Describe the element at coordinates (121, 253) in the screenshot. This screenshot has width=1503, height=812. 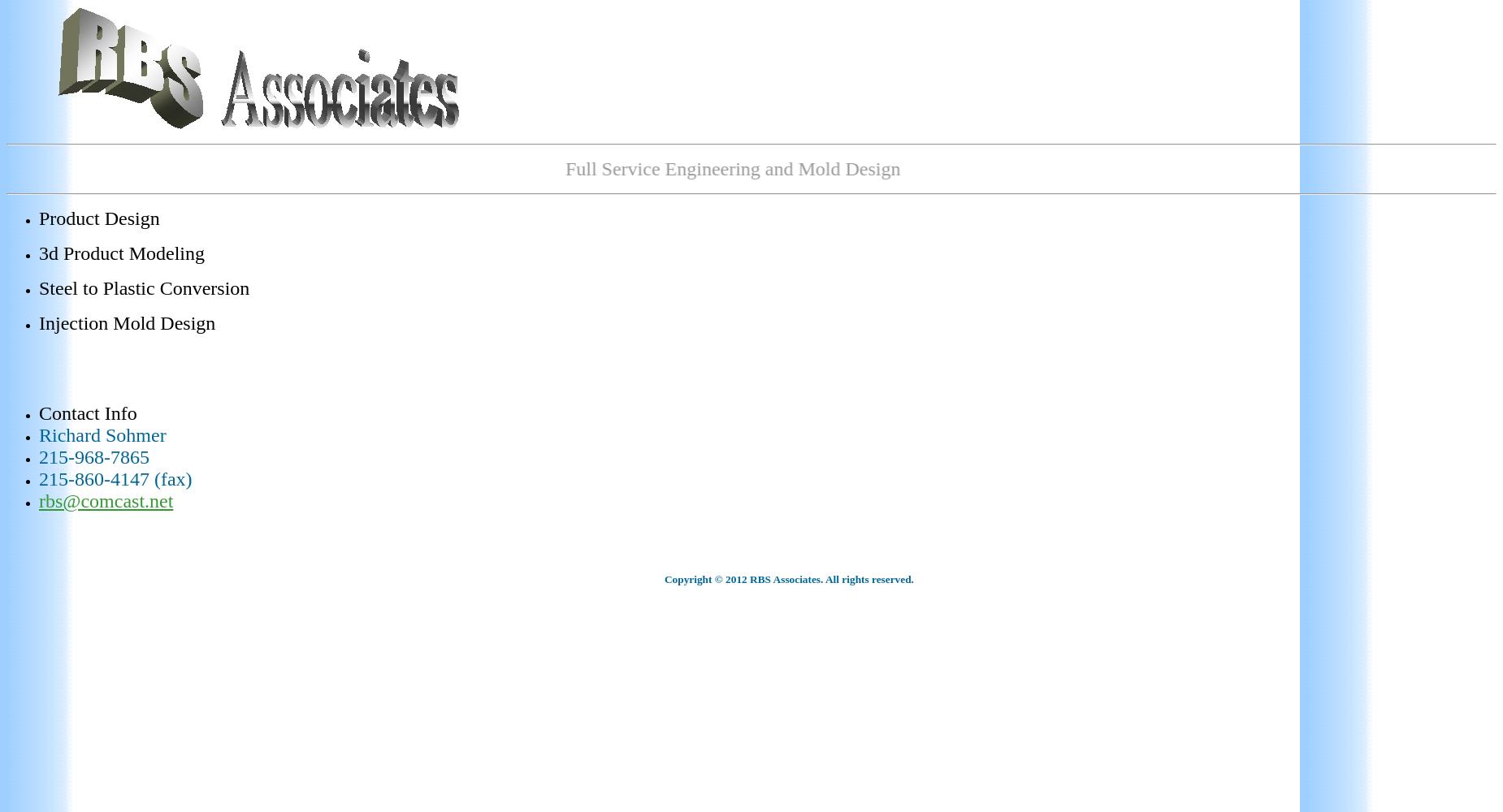
I see `'3d Product Modeling'` at that location.